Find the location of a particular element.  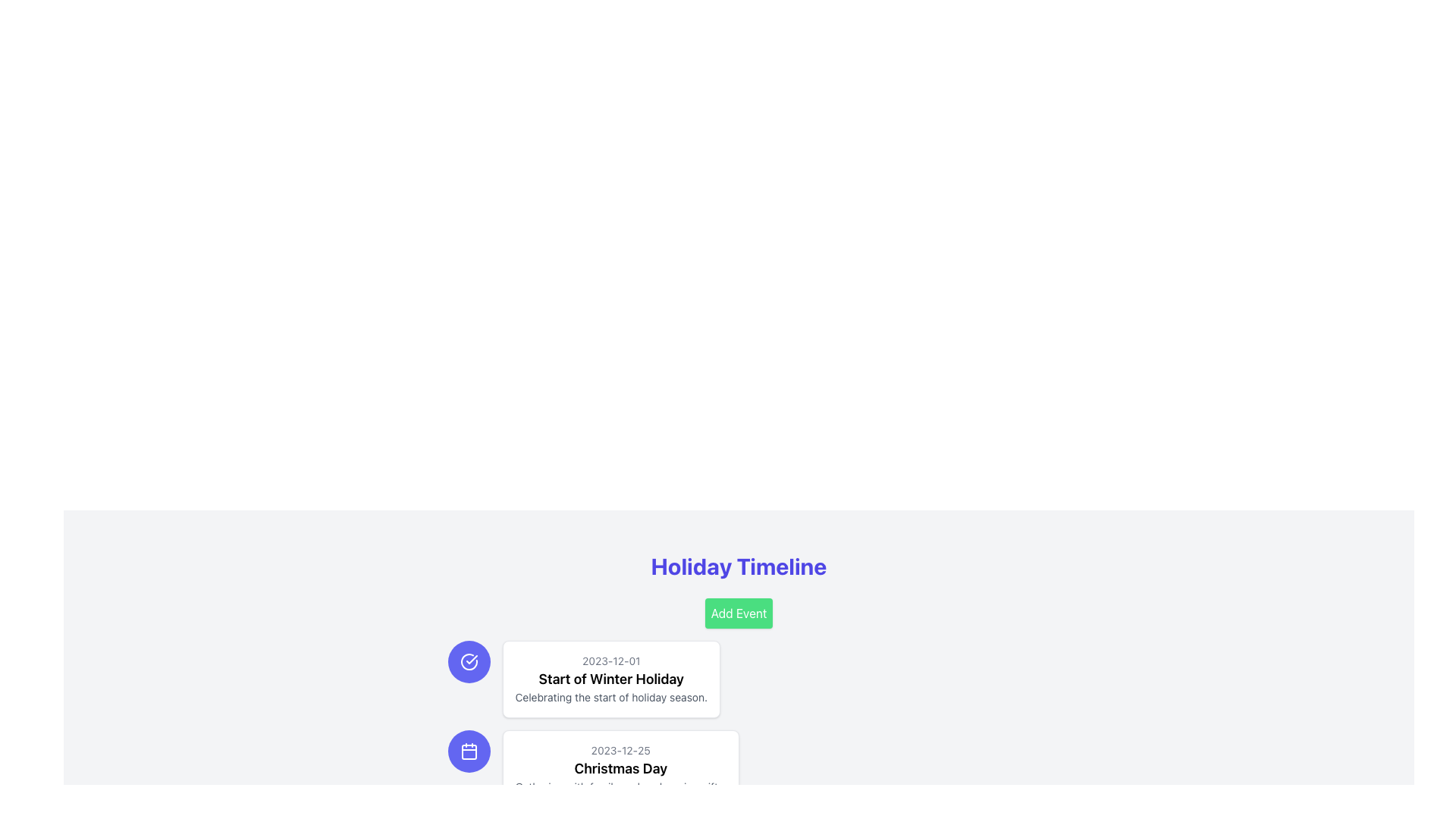

the heading that indicates the subject of the holiday timeline, positioned above the green 'Add Event' button is located at coordinates (739, 566).